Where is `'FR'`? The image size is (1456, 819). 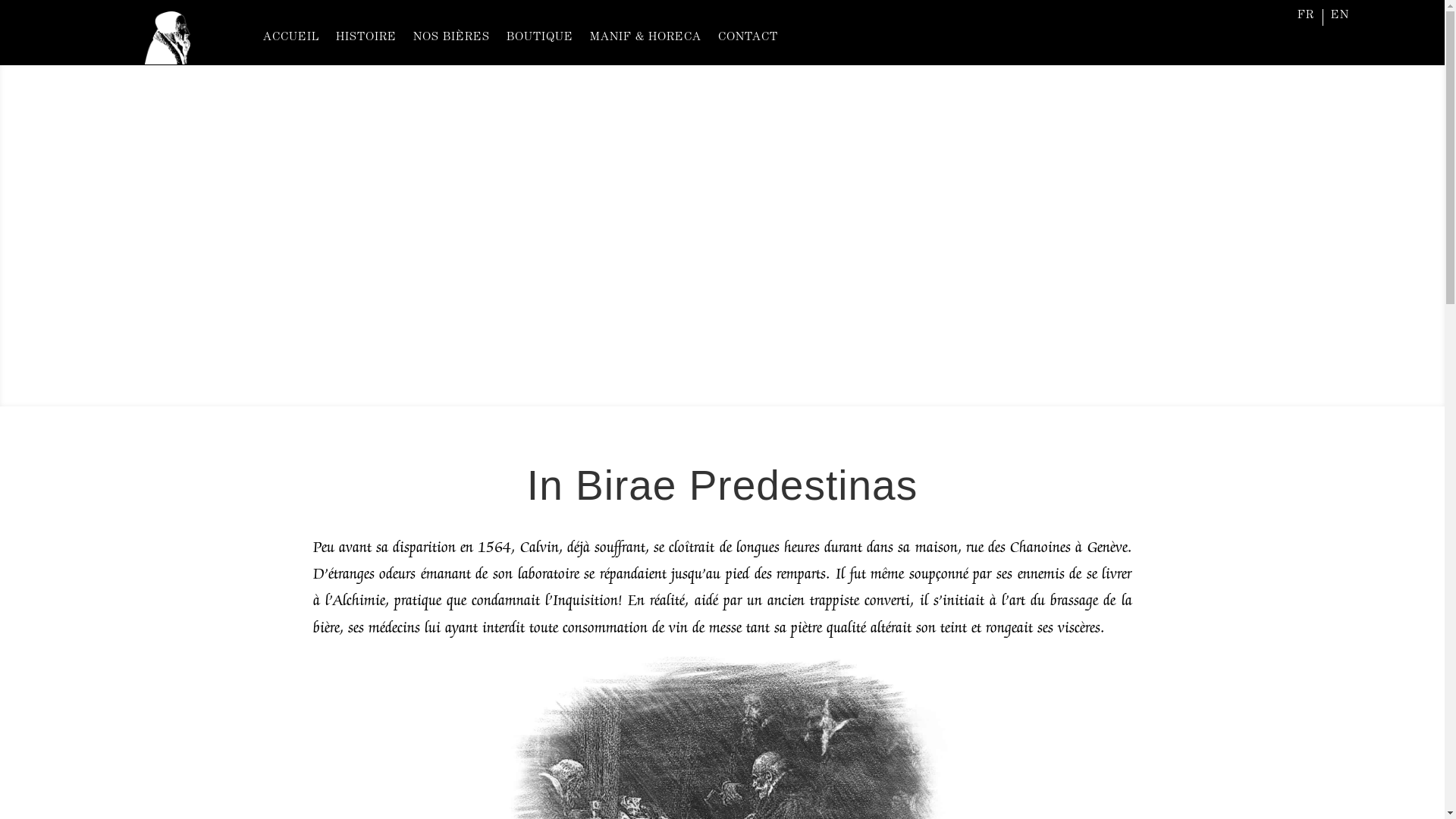
'FR' is located at coordinates (1305, 18).